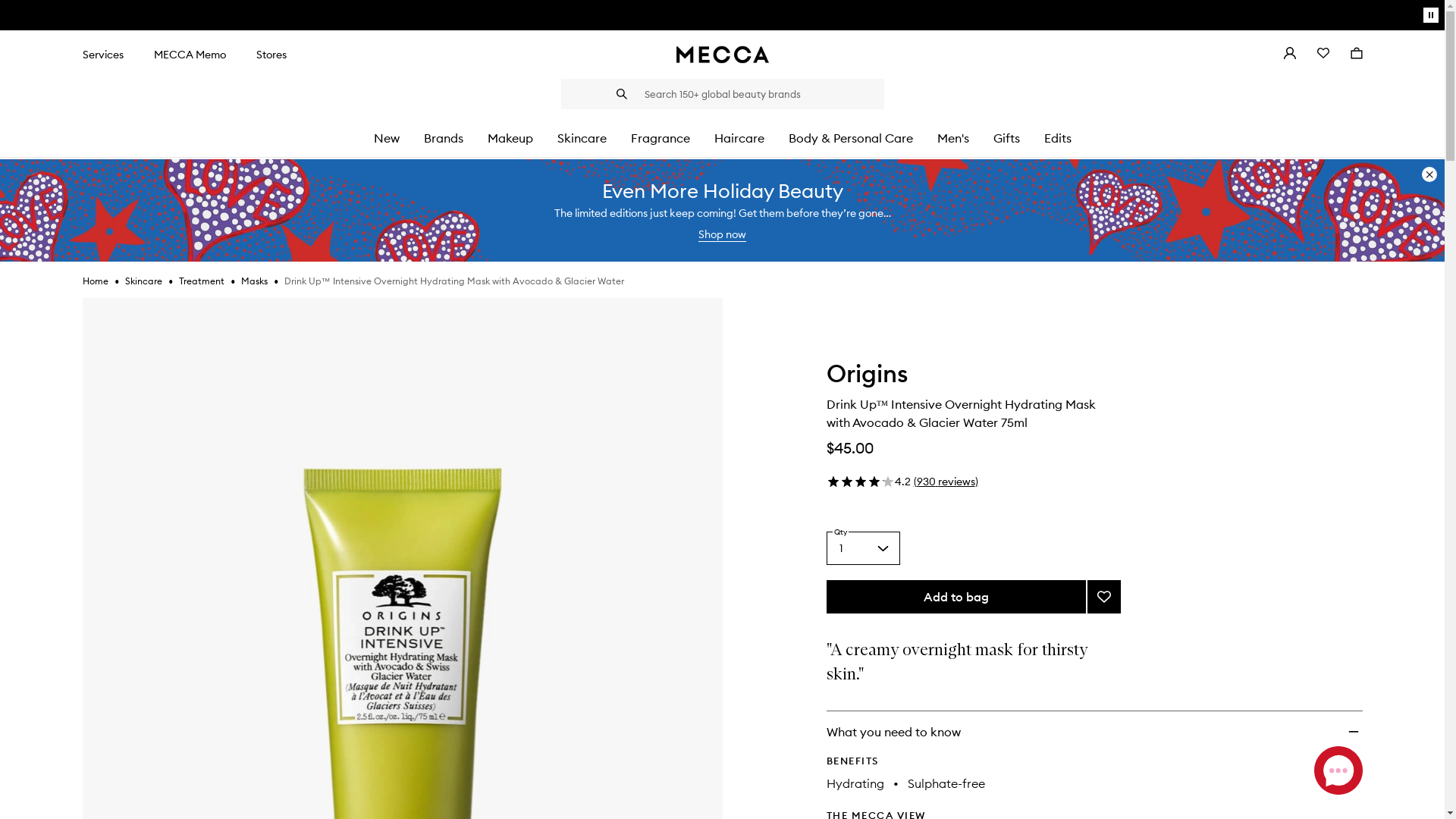 This screenshot has width=1456, height=819. What do you see at coordinates (1429, 174) in the screenshot?
I see `'Dismiss banner'` at bounding box center [1429, 174].